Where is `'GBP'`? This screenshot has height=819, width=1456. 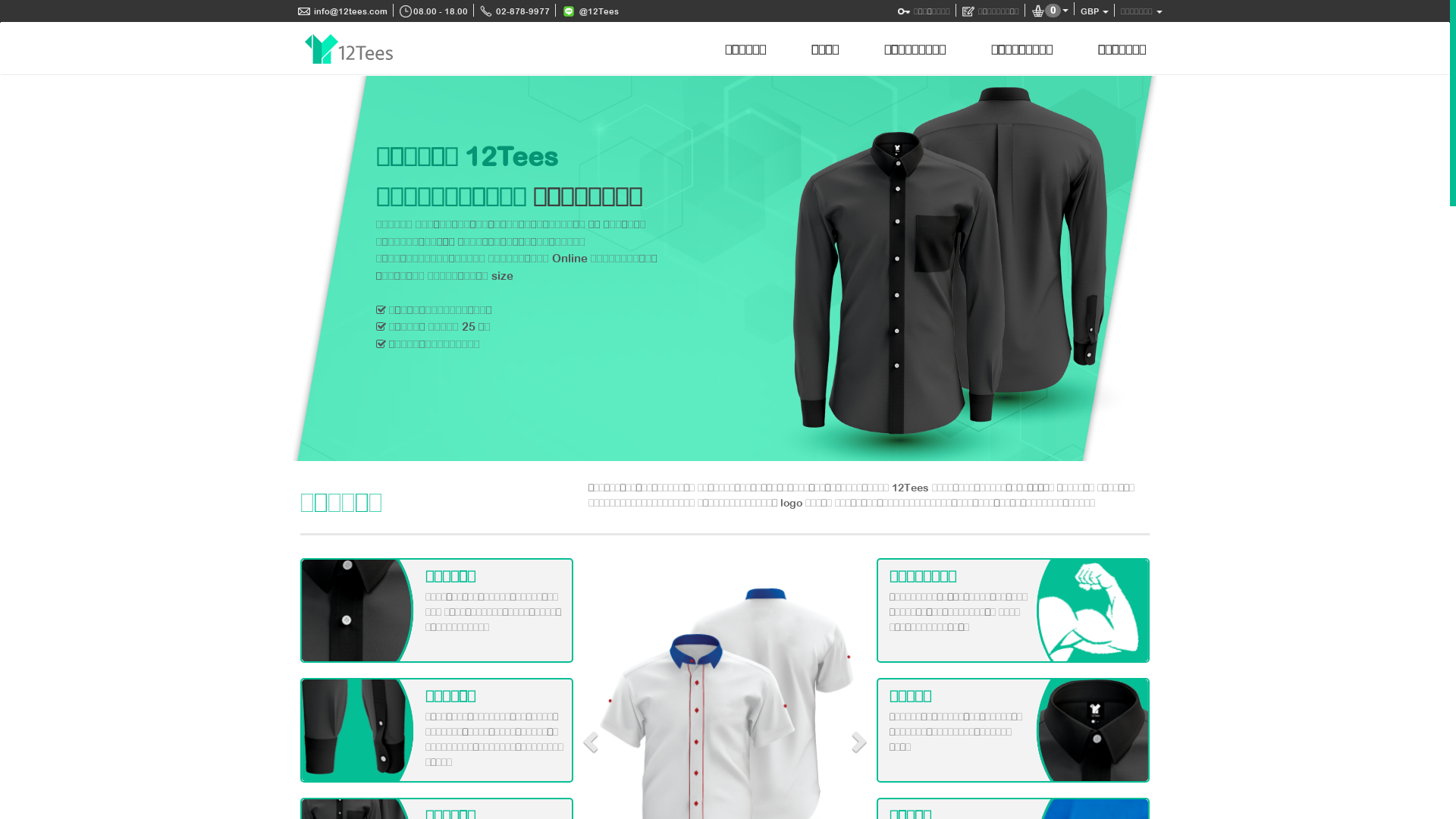
'GBP' is located at coordinates (1094, 11).